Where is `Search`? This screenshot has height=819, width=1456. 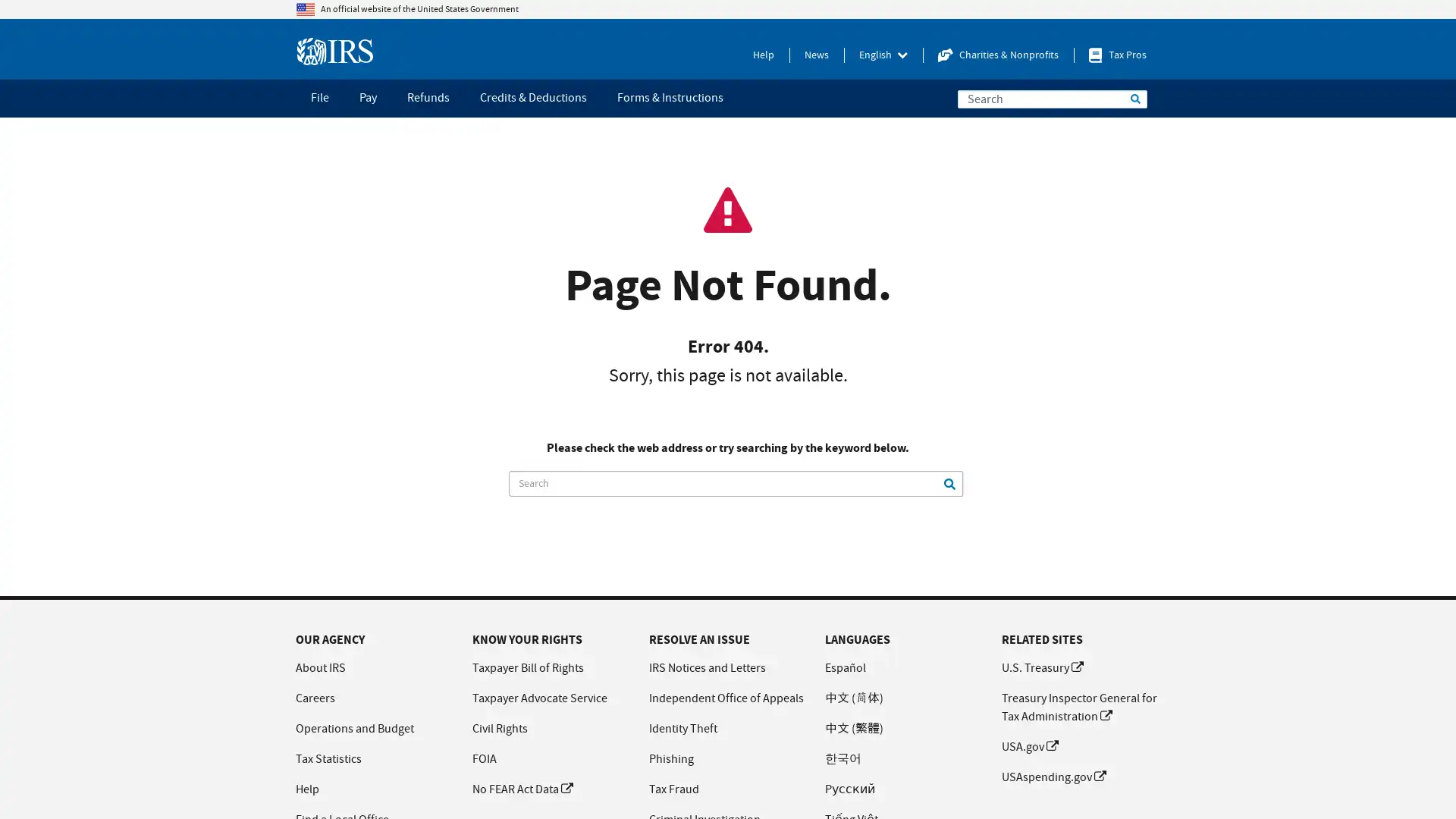 Search is located at coordinates (1135, 99).